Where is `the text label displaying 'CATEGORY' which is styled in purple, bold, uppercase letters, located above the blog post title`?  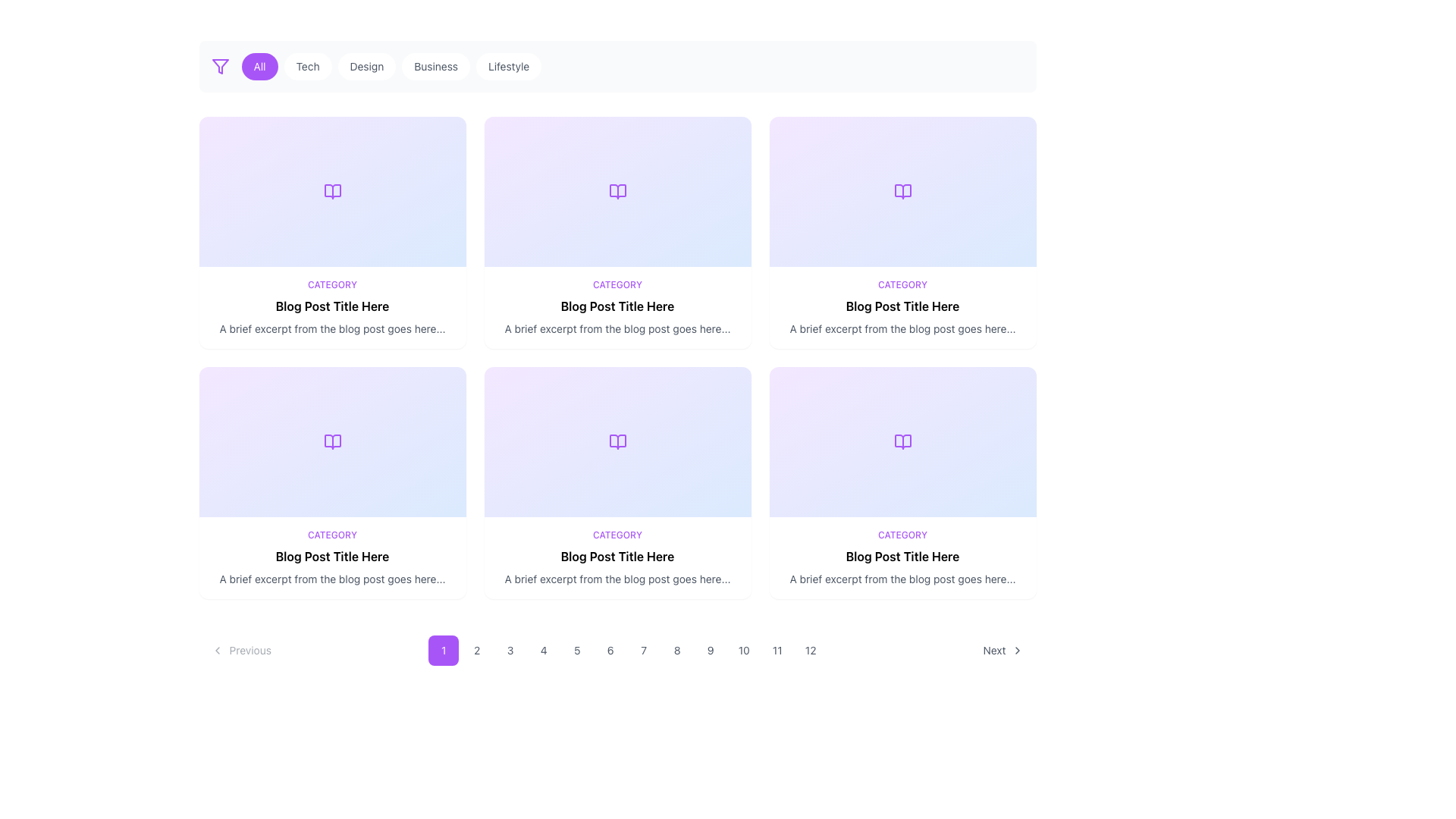 the text label displaying 'CATEGORY' which is styled in purple, bold, uppercase letters, located above the blog post title is located at coordinates (617, 534).